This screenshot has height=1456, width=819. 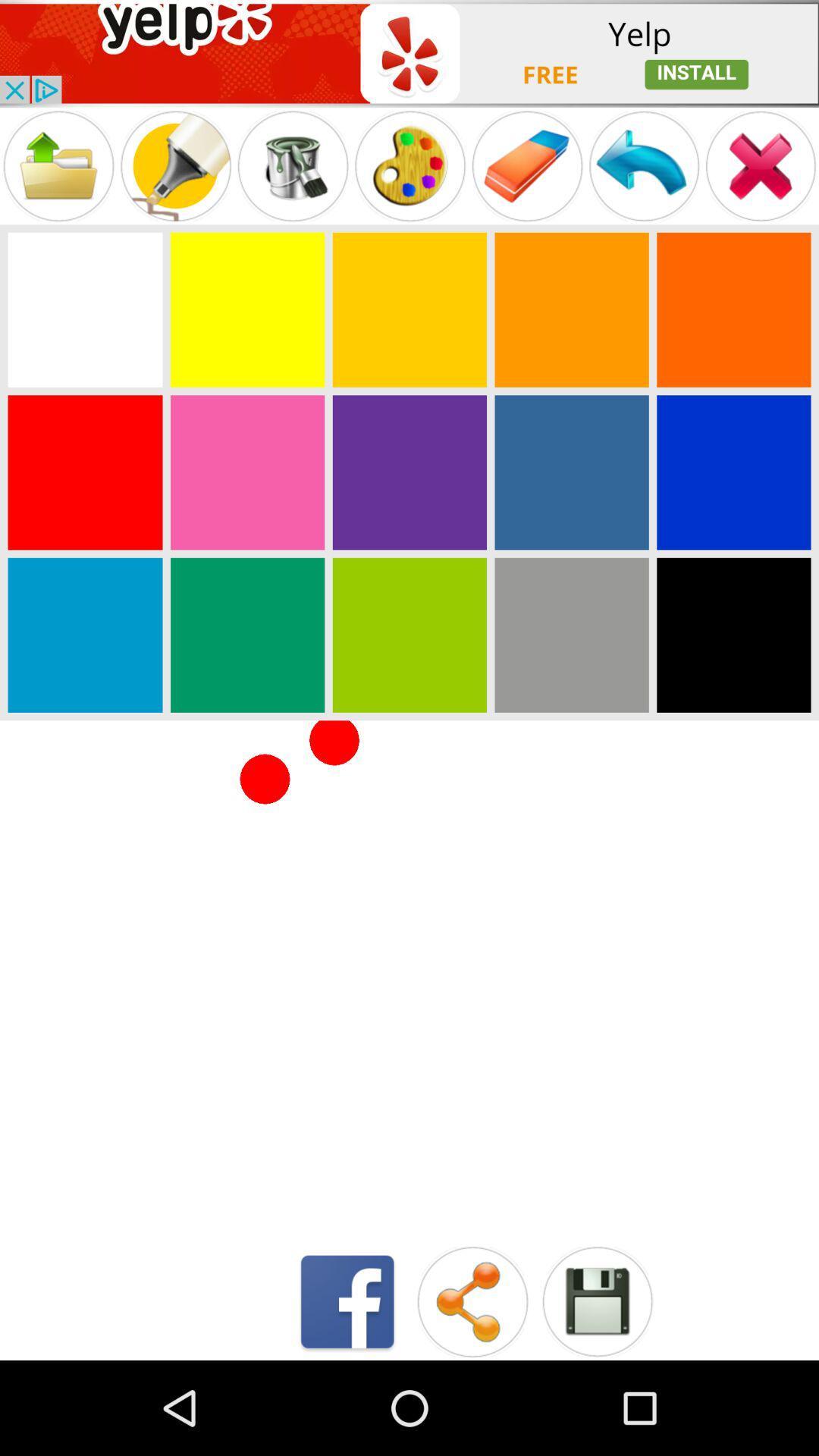 What do you see at coordinates (347, 1301) in the screenshot?
I see `facebook page` at bounding box center [347, 1301].